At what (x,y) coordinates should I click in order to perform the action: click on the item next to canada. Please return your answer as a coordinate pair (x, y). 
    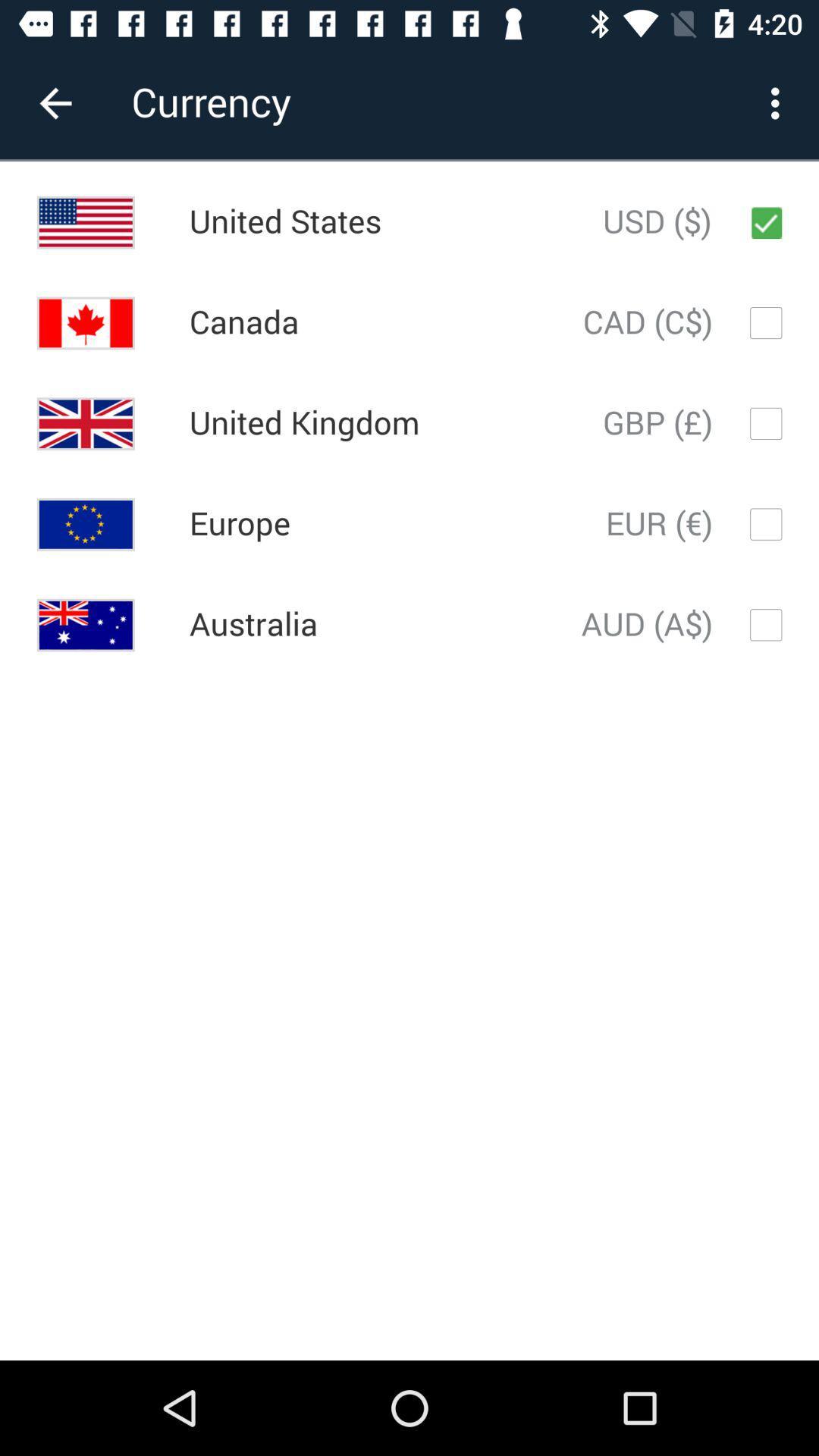
    Looking at the image, I should click on (648, 322).